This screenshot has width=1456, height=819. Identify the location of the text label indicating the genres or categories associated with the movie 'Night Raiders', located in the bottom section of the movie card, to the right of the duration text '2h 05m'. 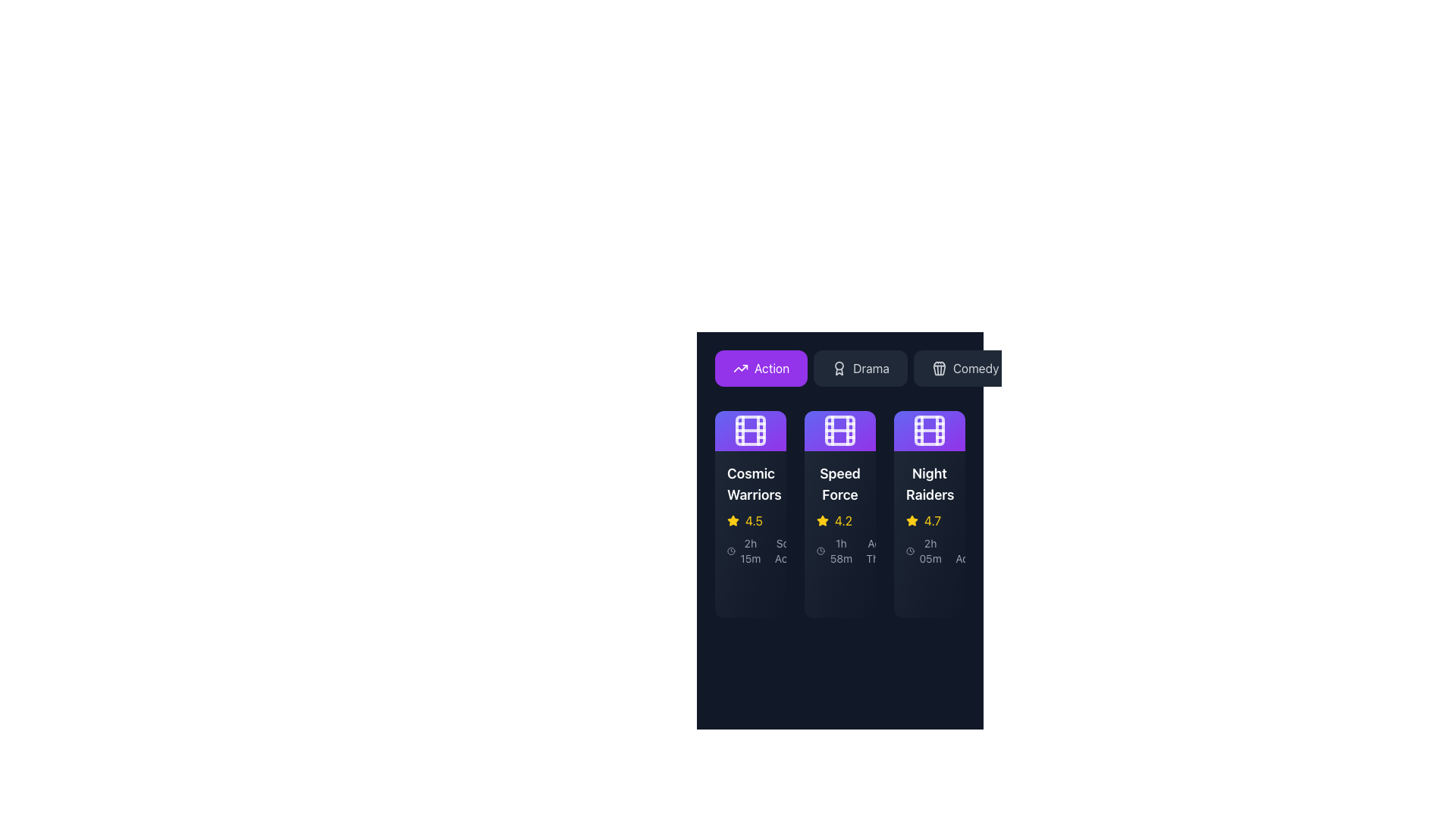
(981, 551).